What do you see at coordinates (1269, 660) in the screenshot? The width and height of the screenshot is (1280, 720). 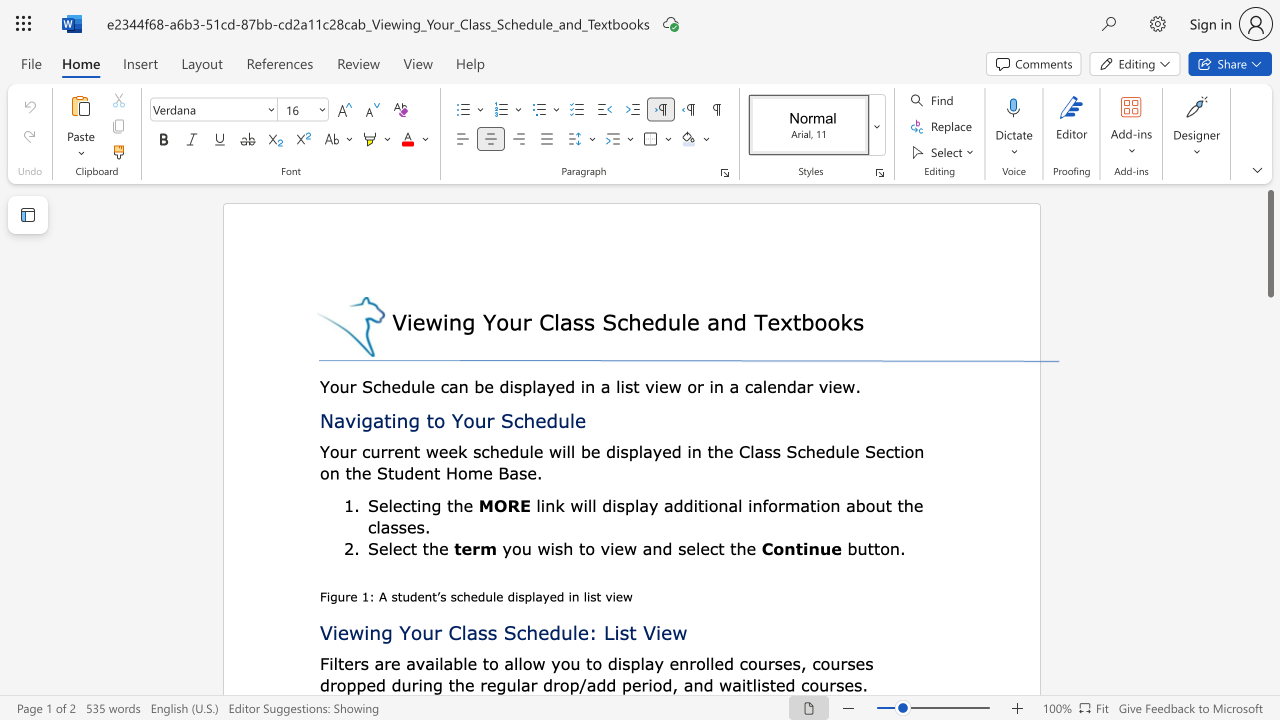 I see `the right-hand scrollbar to descend the page` at bounding box center [1269, 660].